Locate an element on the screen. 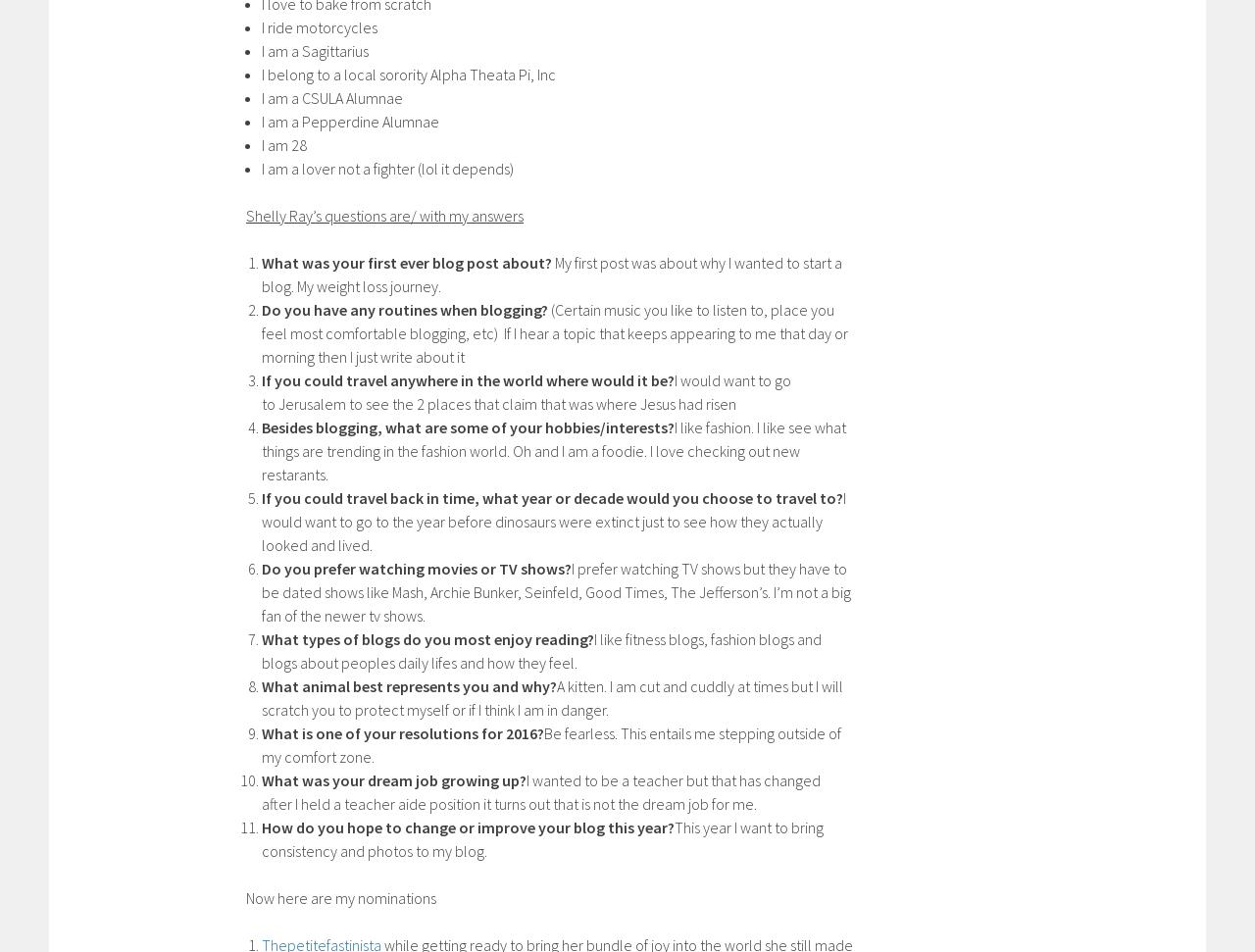  'What is one of your resolutions for 2016?' is located at coordinates (402, 730).